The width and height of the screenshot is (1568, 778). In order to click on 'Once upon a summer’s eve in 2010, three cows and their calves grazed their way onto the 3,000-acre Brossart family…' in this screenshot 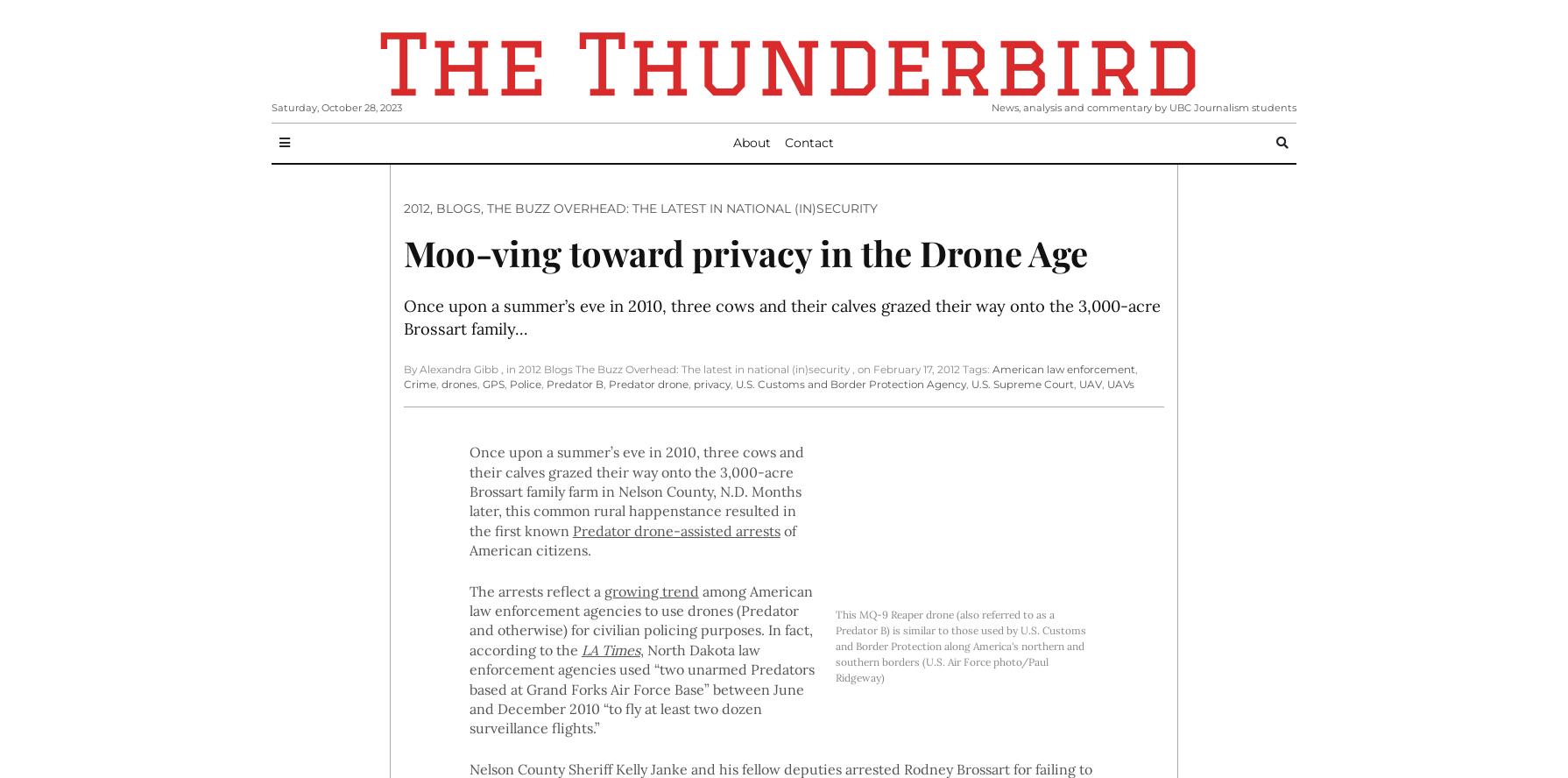, I will do `click(781, 316)`.